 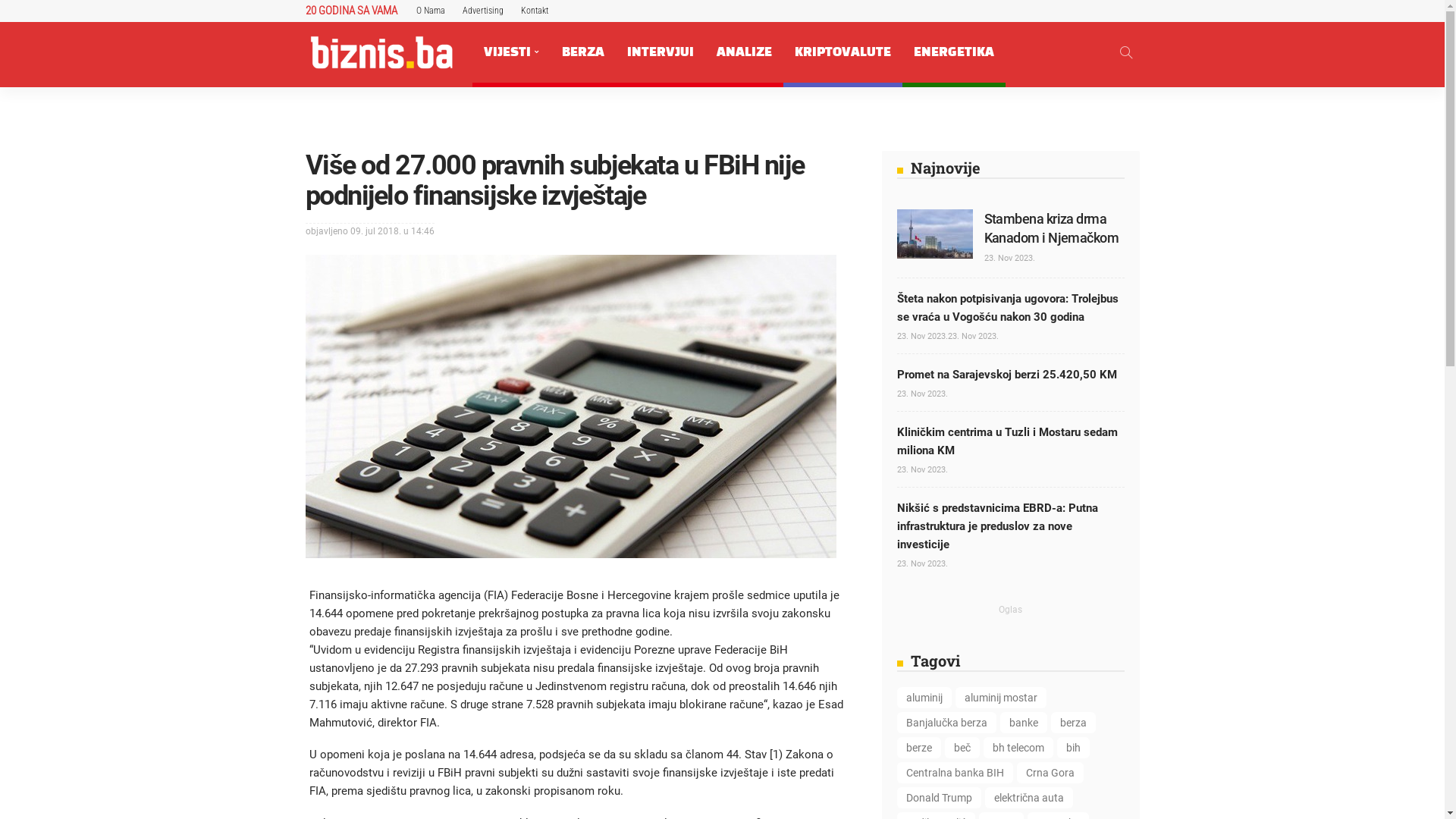 What do you see at coordinates (917, 747) in the screenshot?
I see `'berze'` at bounding box center [917, 747].